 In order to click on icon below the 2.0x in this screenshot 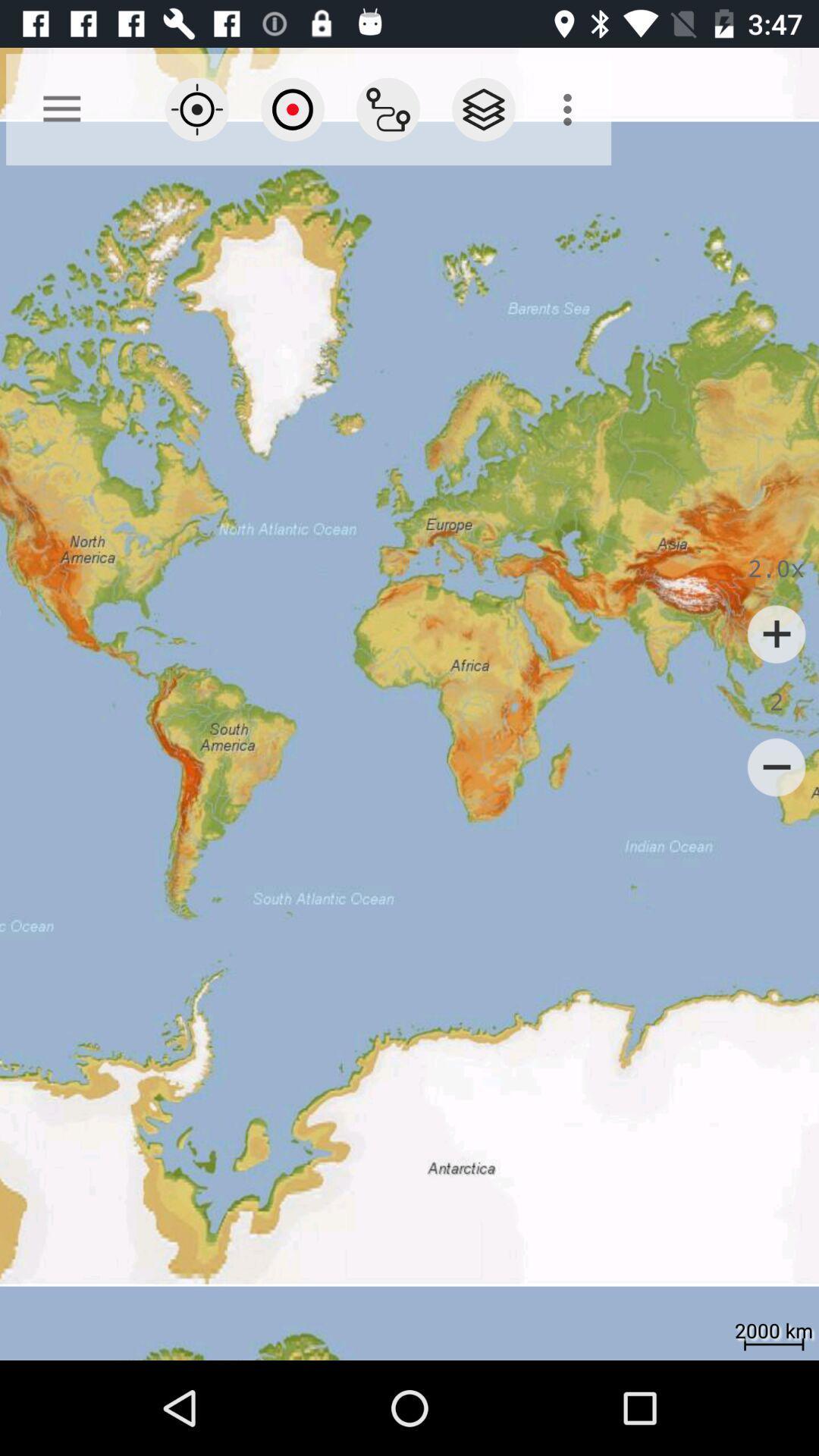, I will do `click(777, 634)`.